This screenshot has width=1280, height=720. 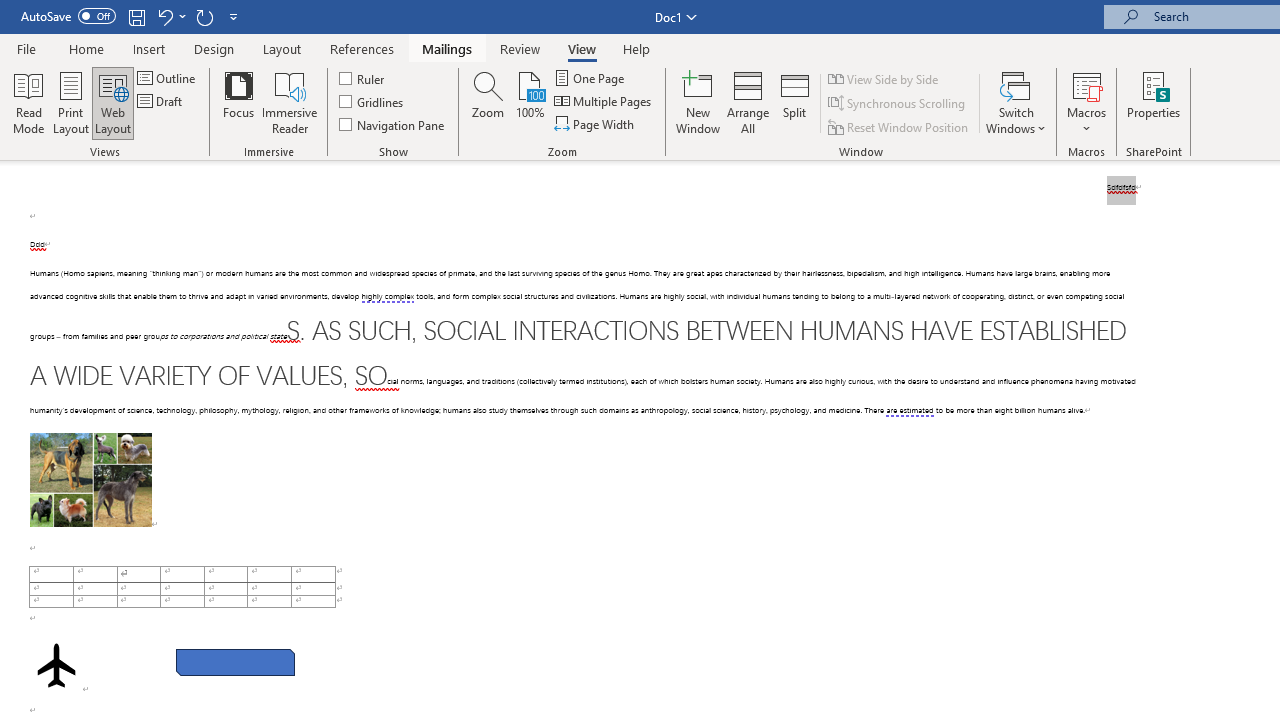 I want to click on 'Navigation Pane', so click(x=392, y=124).